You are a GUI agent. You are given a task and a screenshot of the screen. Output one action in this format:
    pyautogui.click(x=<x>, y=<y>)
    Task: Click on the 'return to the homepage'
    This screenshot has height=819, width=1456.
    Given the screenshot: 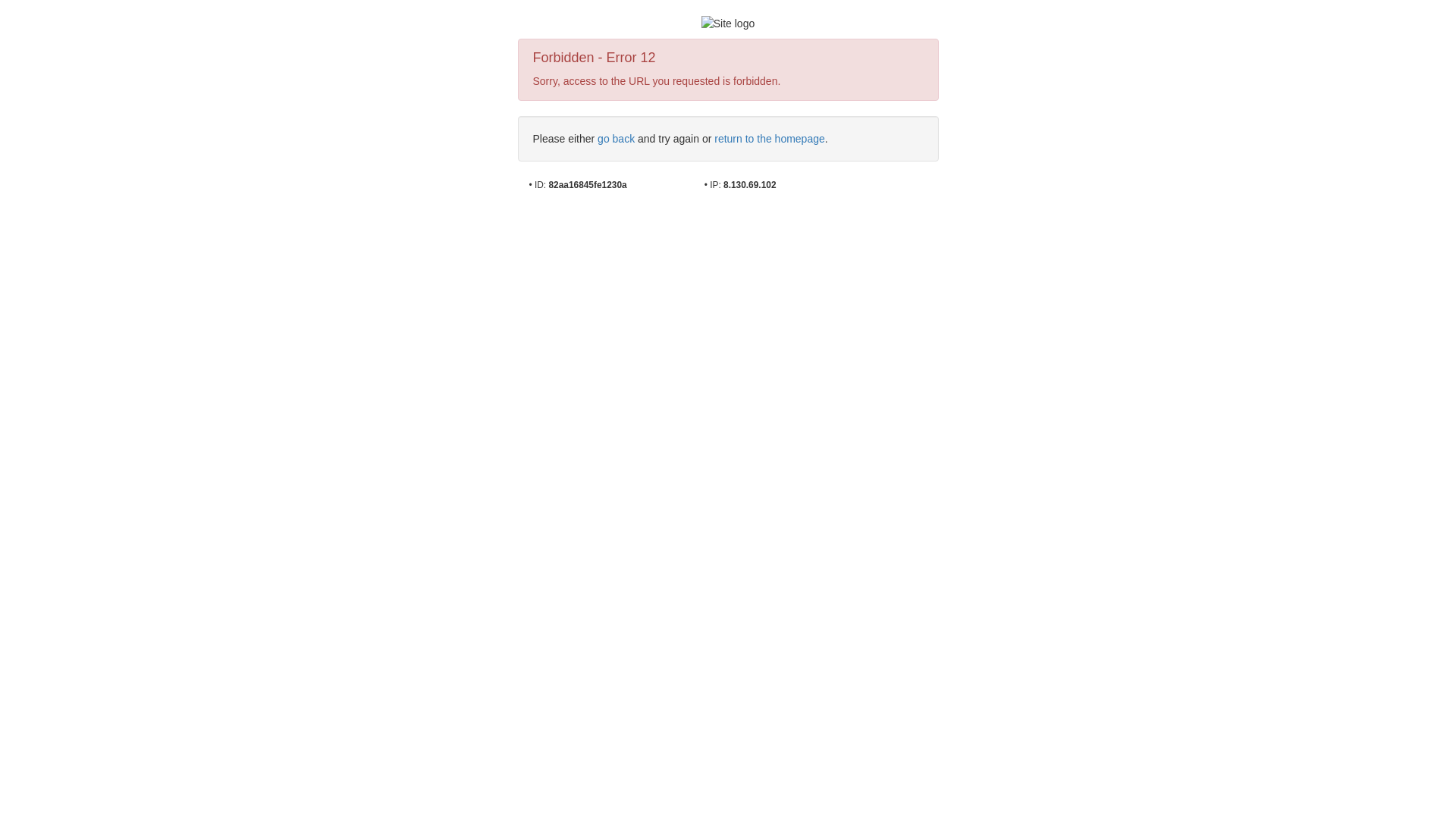 What is the action you would take?
    pyautogui.click(x=769, y=138)
    